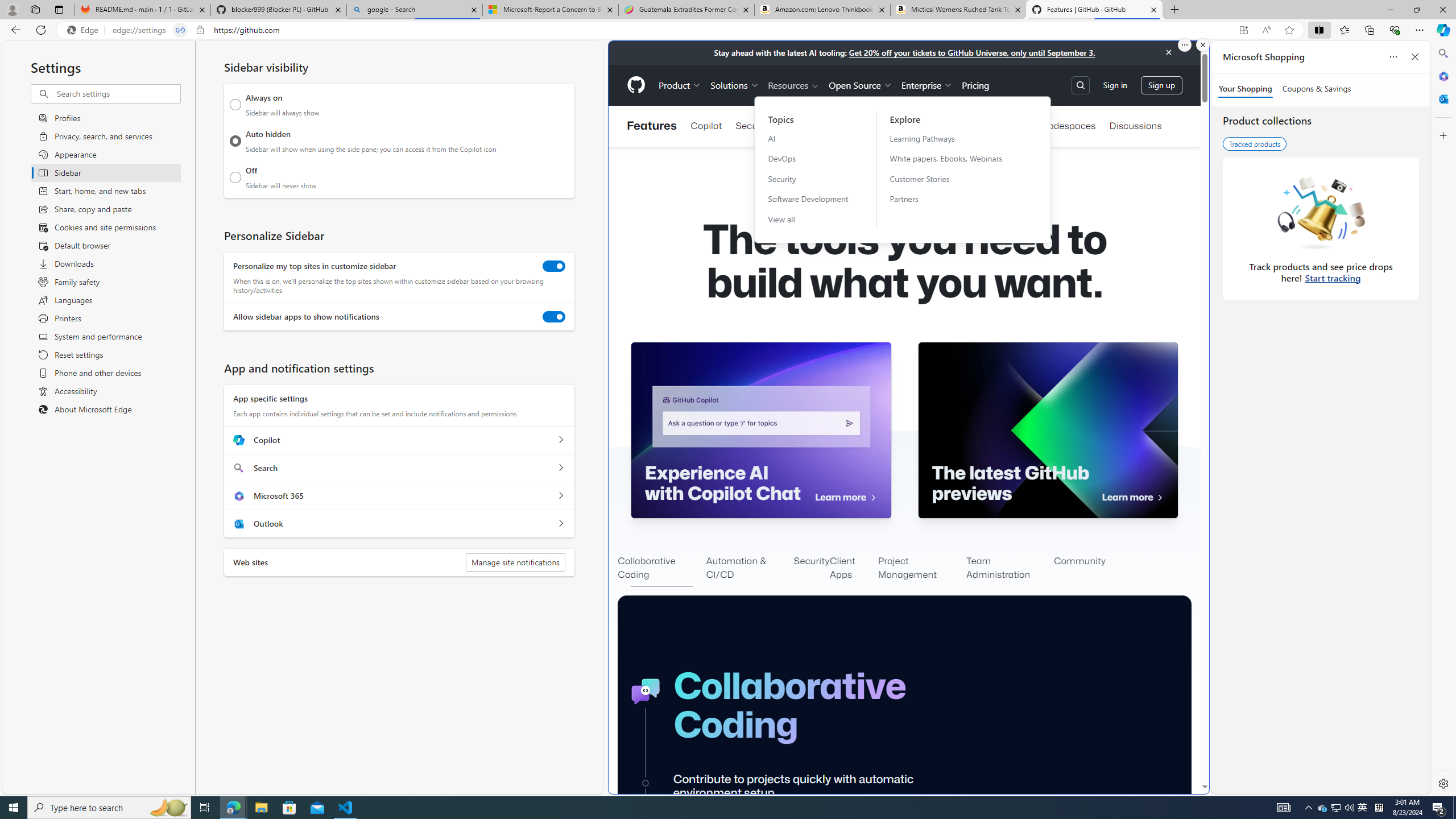 The height and width of the screenshot is (819, 1456). I want to click on 'Enterprise', so click(927, 85).